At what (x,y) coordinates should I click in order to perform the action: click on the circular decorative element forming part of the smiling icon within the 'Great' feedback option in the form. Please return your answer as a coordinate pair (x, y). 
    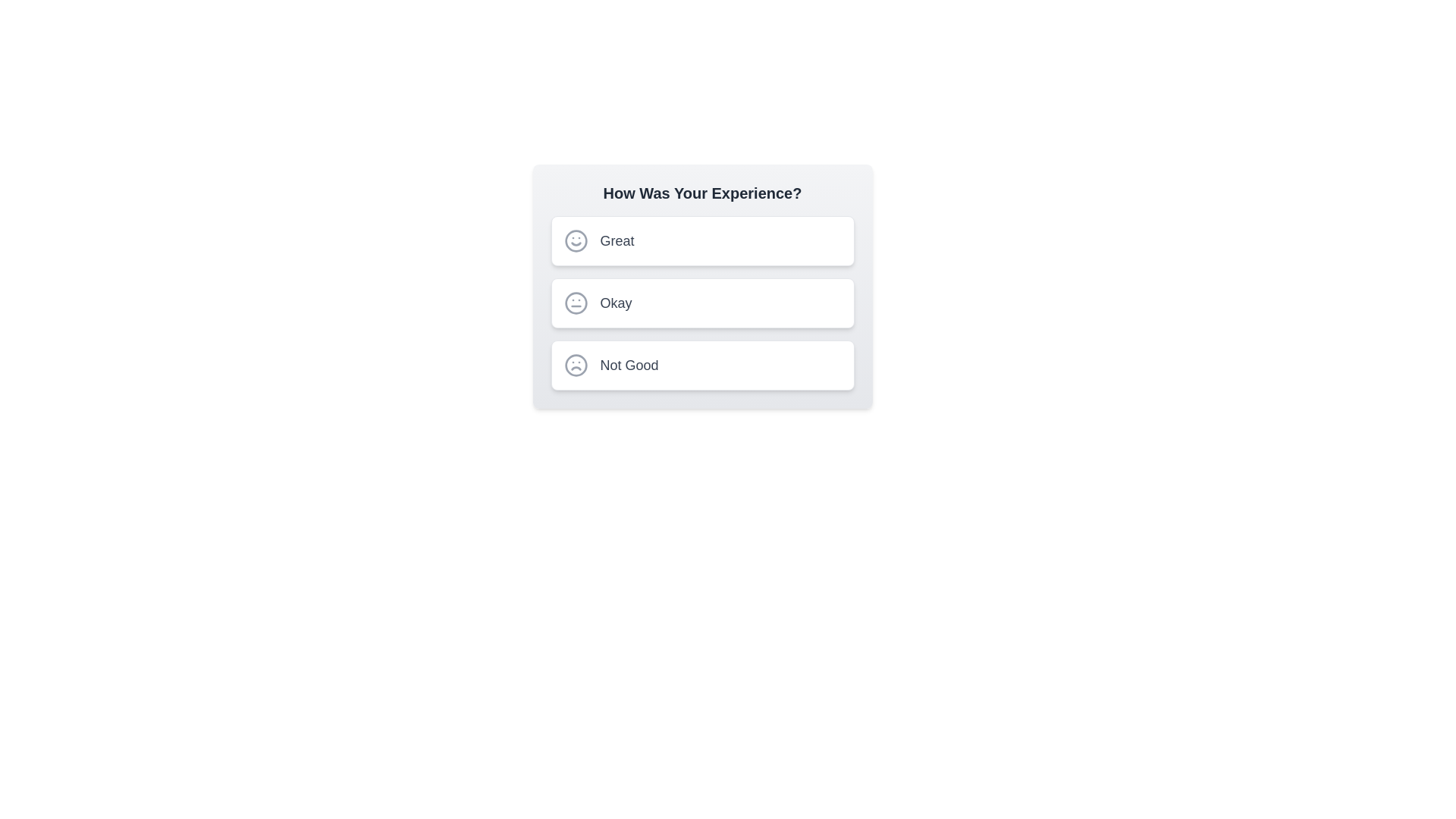
    Looking at the image, I should click on (575, 240).